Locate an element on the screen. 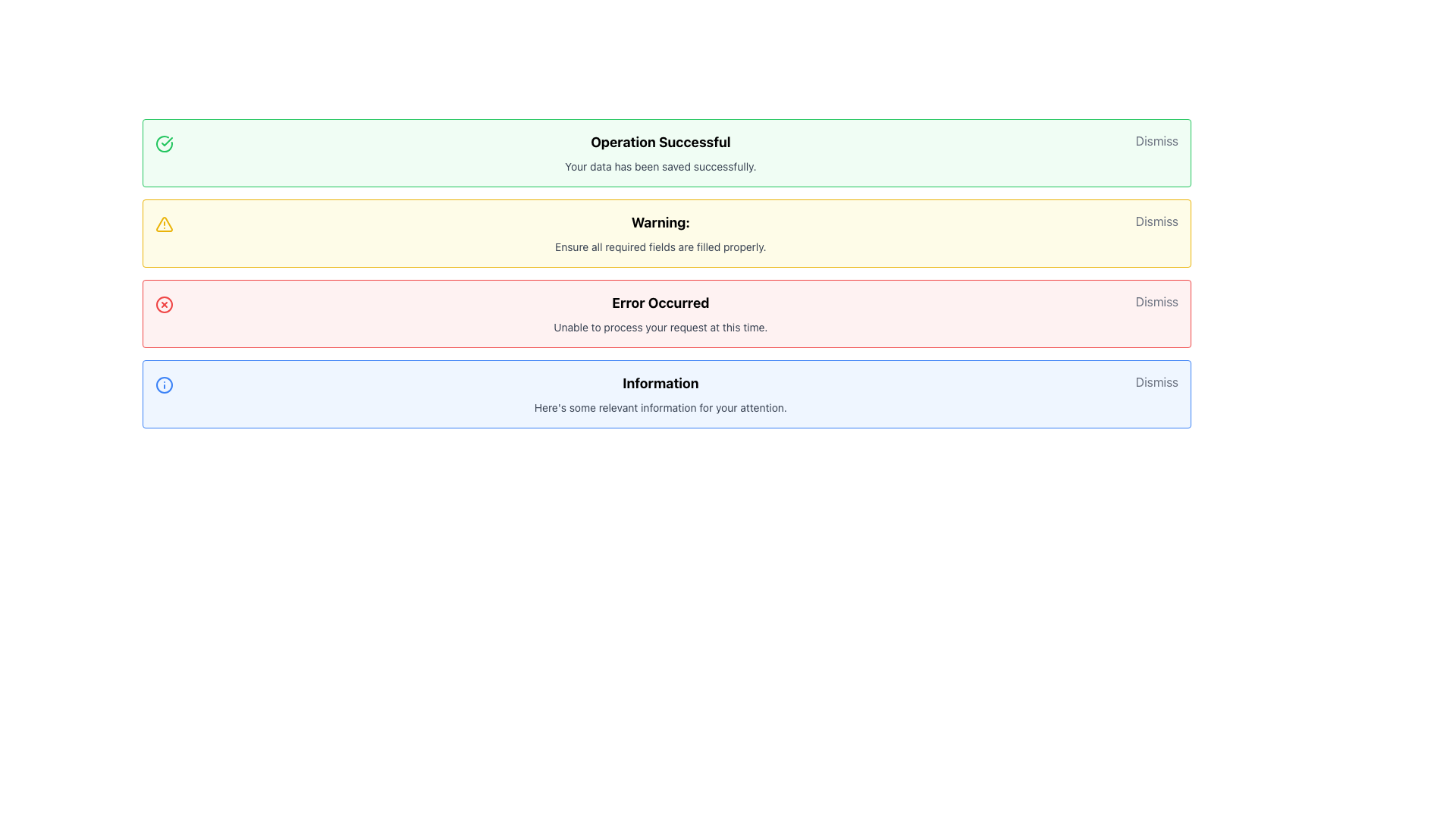 This screenshot has width=1456, height=819. the green circular icon with a white checkmark at the top-left corner of the notification bar indicating 'Operation Successful' is located at coordinates (164, 143).